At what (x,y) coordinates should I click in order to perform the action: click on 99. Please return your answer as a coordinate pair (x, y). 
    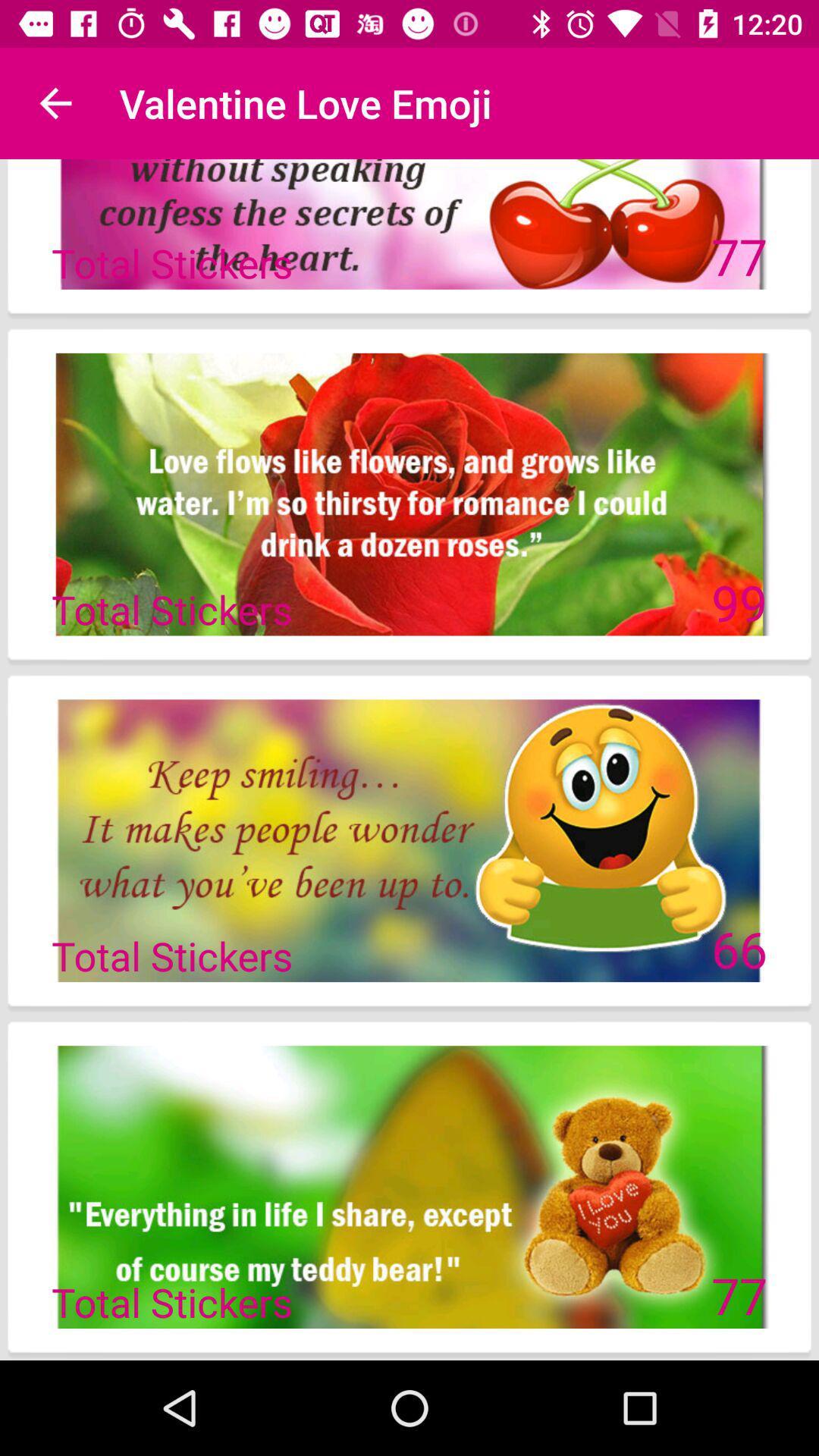
    Looking at the image, I should click on (739, 601).